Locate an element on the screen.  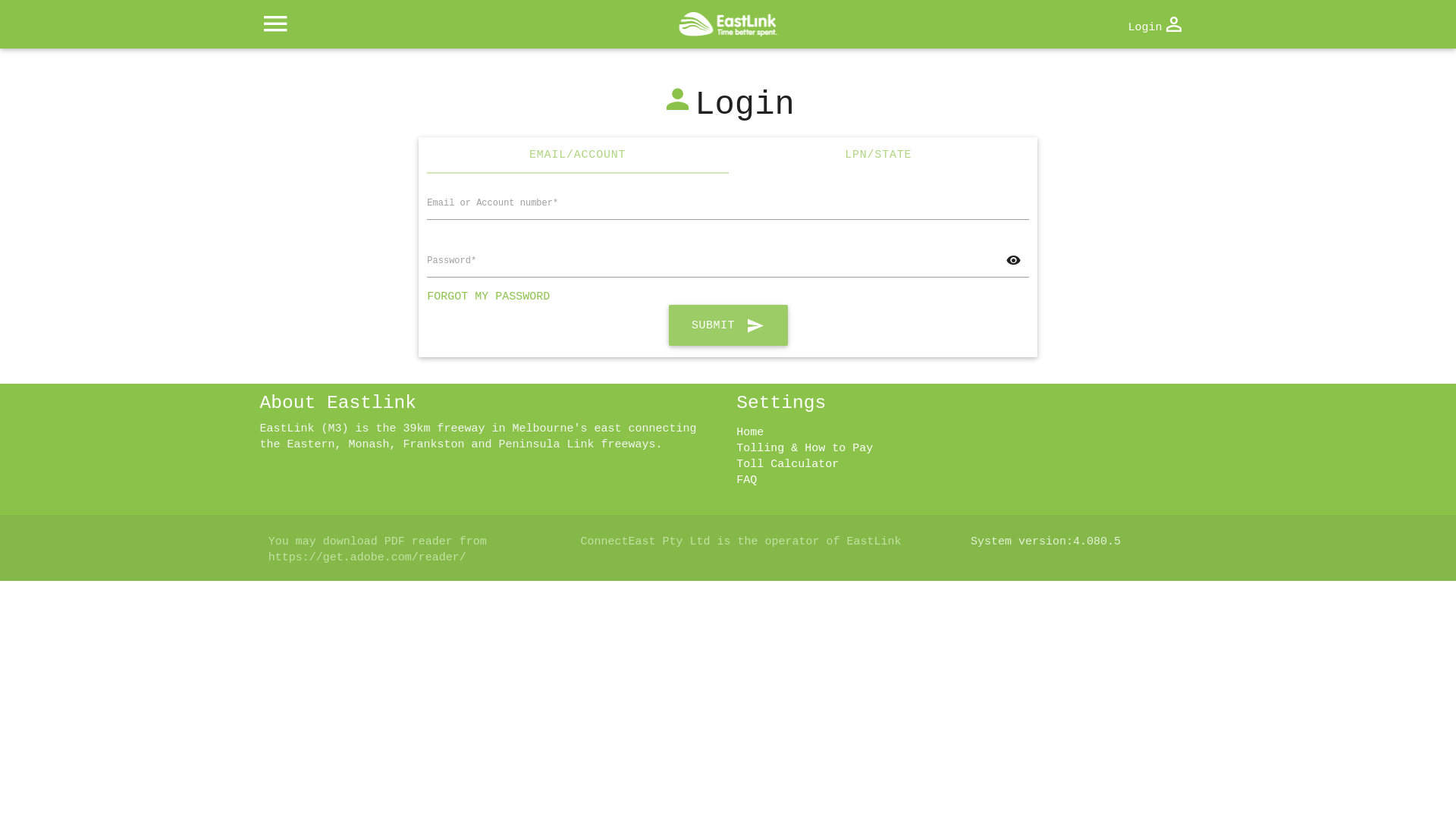
'https://get.adobe.com/reader/' is located at coordinates (367, 557).